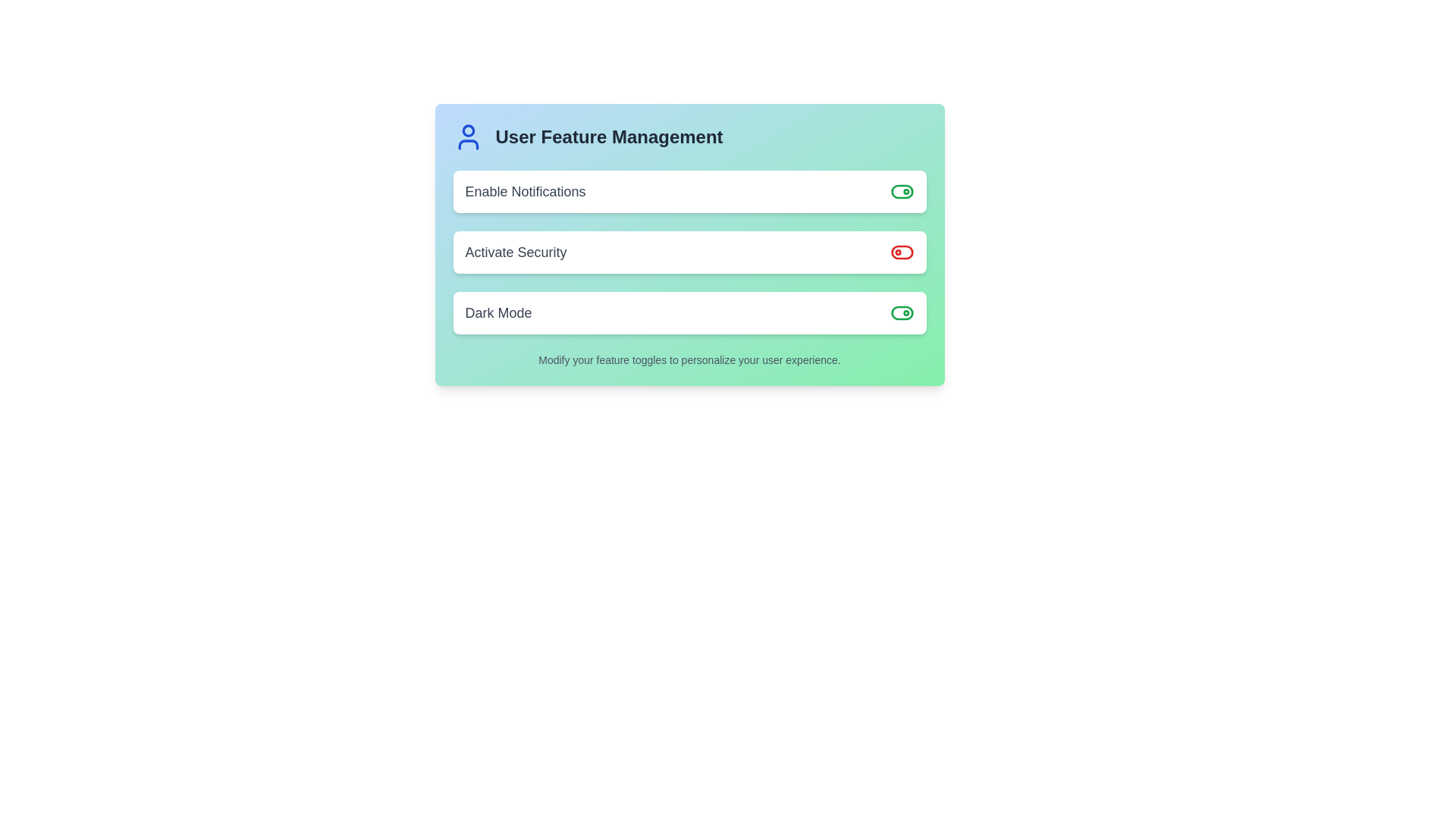 The height and width of the screenshot is (819, 1456). What do you see at coordinates (467, 145) in the screenshot?
I see `the decorative user icon located at the bottom half of the SVG user icon, positioned below the head and above the oval component` at bounding box center [467, 145].